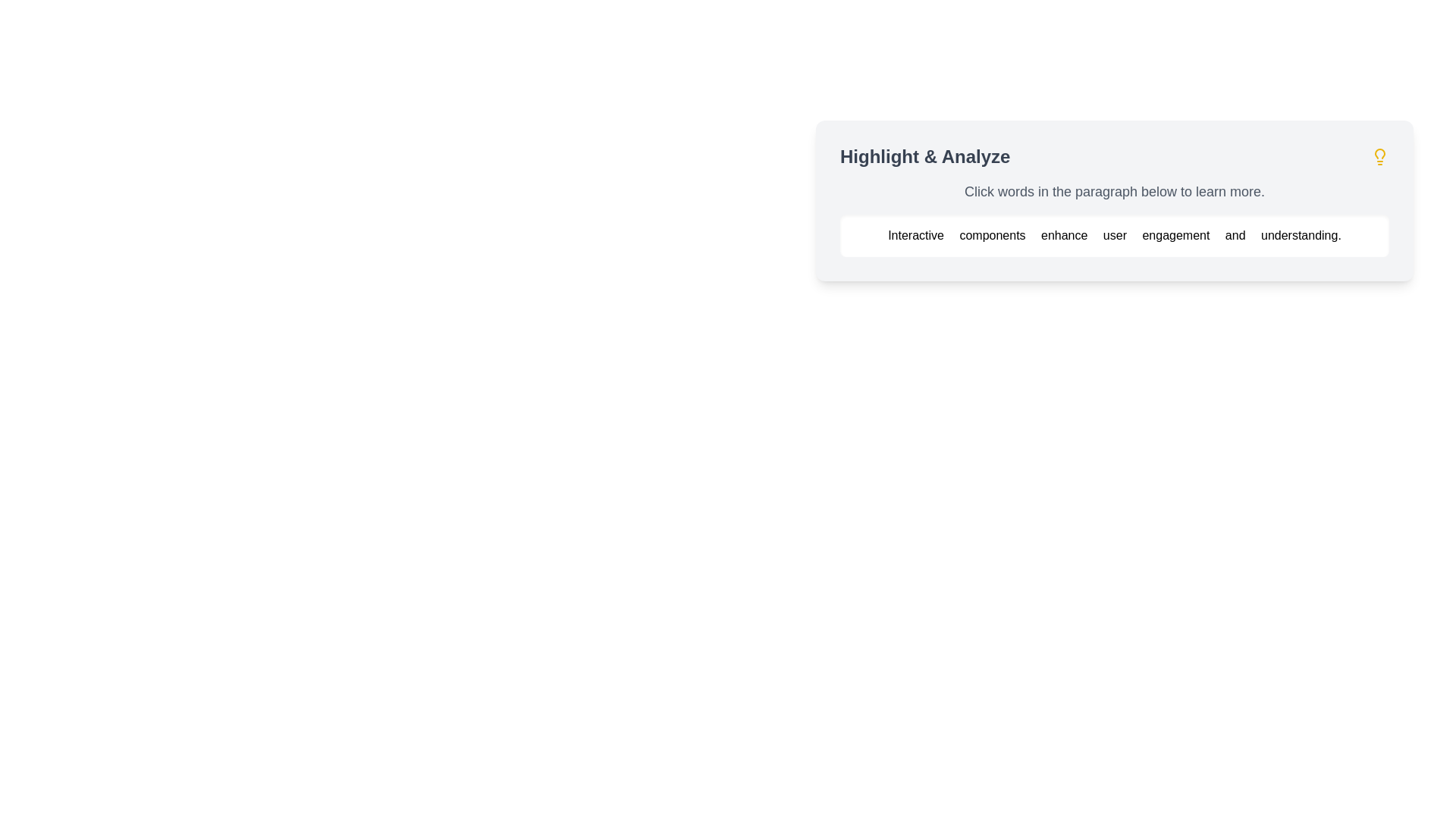 The height and width of the screenshot is (819, 1456). I want to click on the Instructional Panel, so click(1114, 200).